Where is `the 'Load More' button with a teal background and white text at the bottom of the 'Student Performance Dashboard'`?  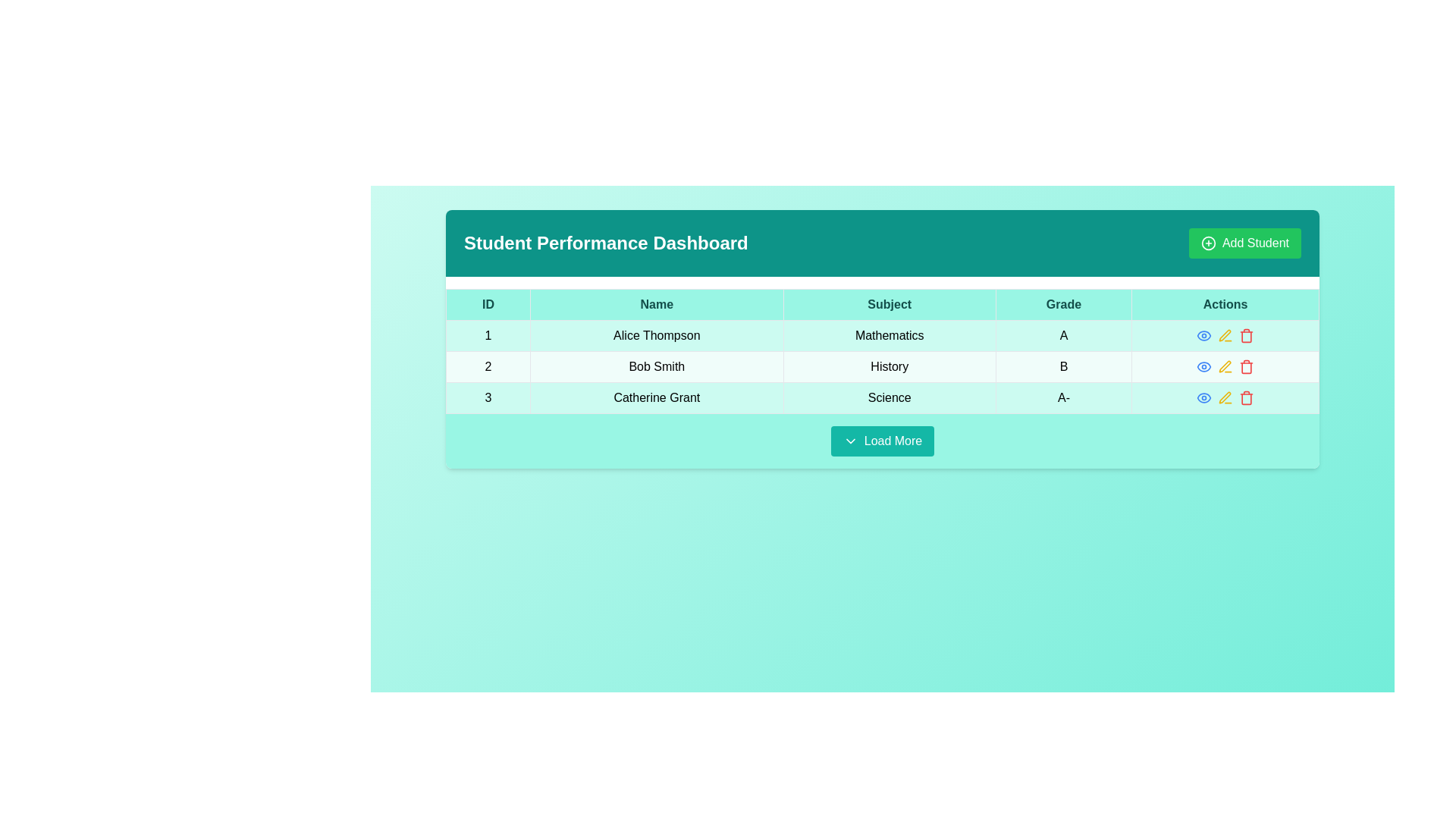
the 'Load More' button with a teal background and white text at the bottom of the 'Student Performance Dashboard' is located at coordinates (882, 441).